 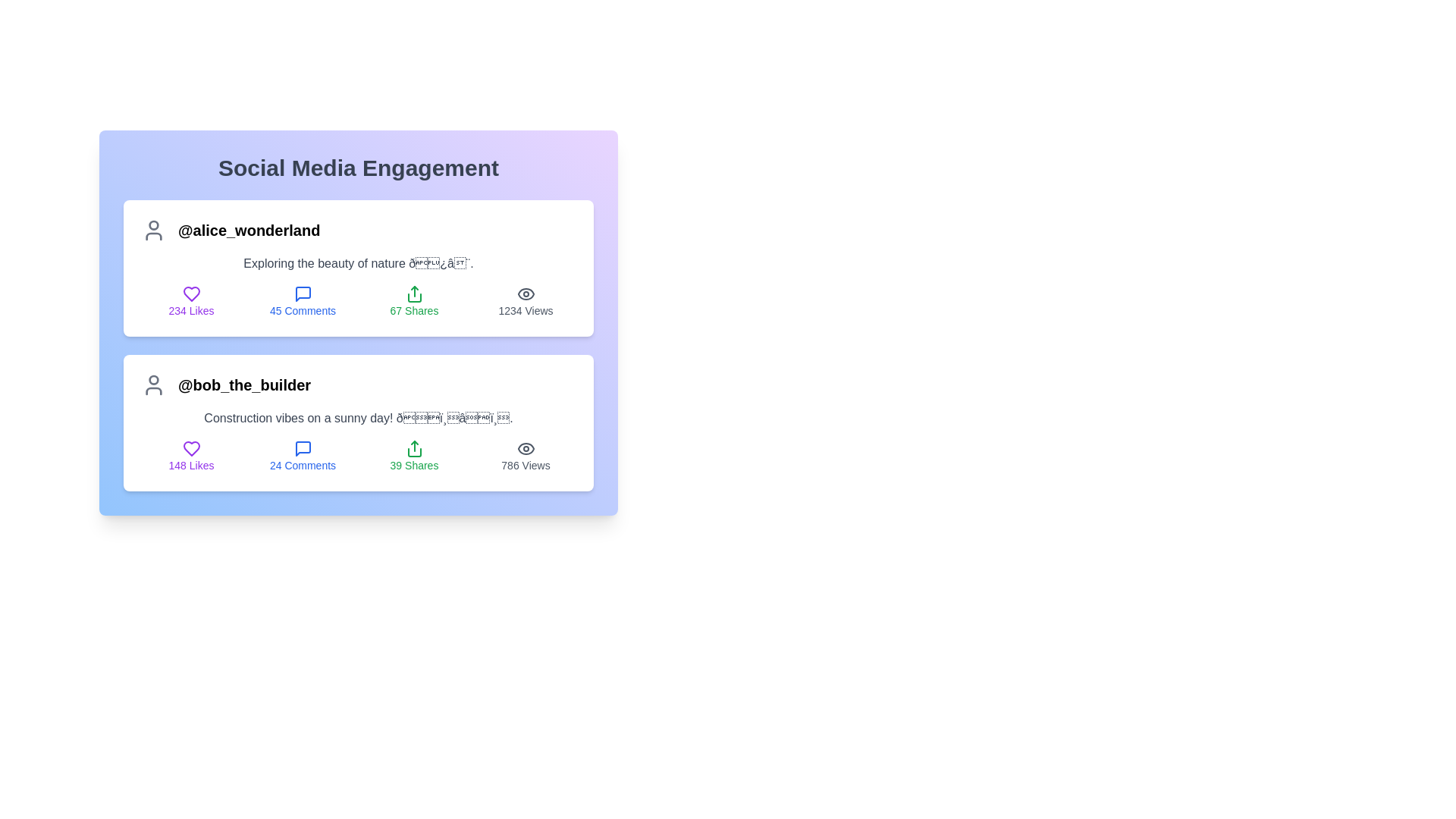 I want to click on the text label '234 Likes' located in the top-left corner of the grid layout above the elements labeled '45 Comments', '67 Shares', and '1234 Views' related to '@alice_wonderland' for additional like-related details, so click(x=190, y=301).